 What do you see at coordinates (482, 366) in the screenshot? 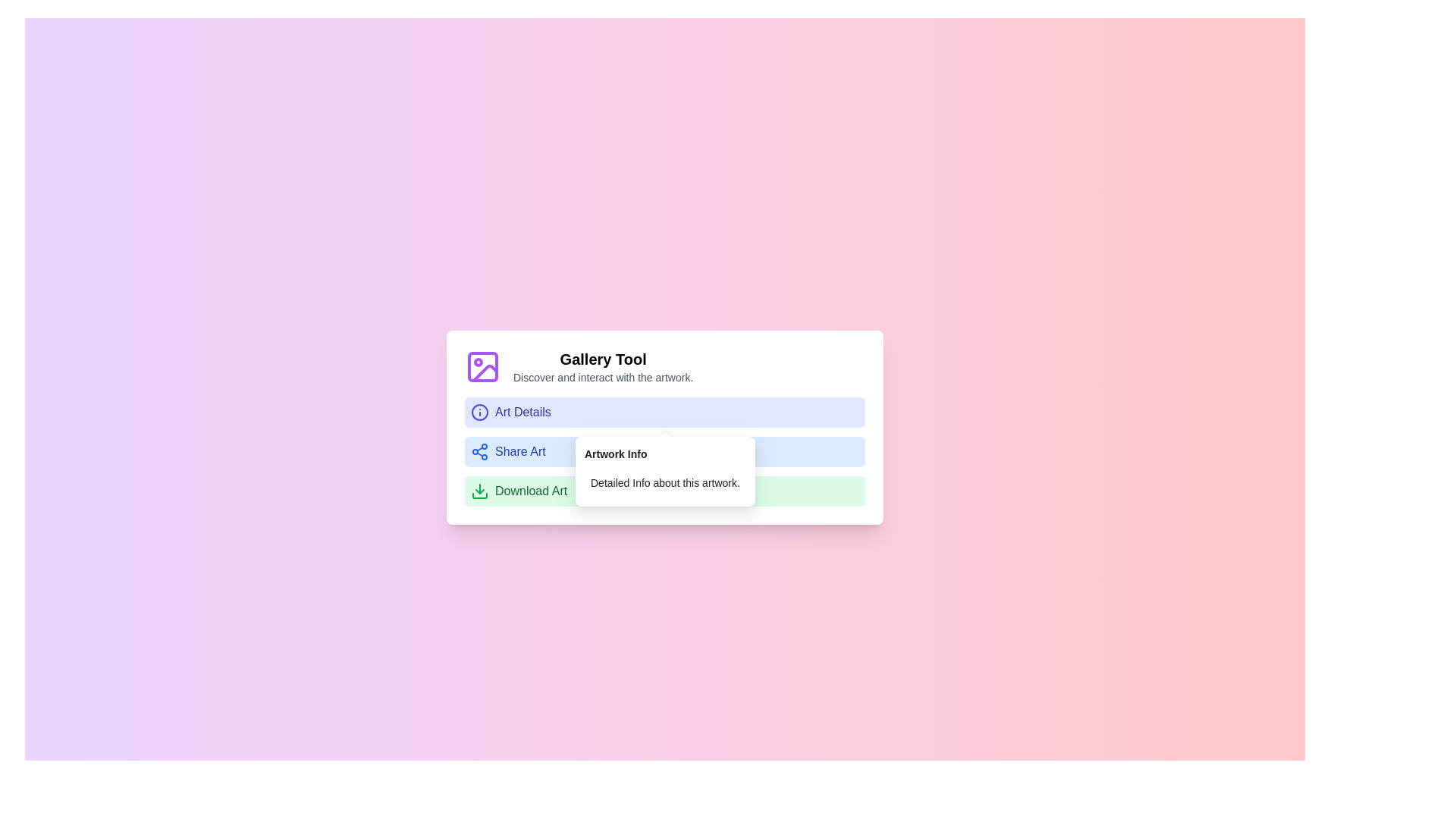
I see `the 'Gallery Tool' icon located to the left of the 'Gallery Tool' text` at bounding box center [482, 366].